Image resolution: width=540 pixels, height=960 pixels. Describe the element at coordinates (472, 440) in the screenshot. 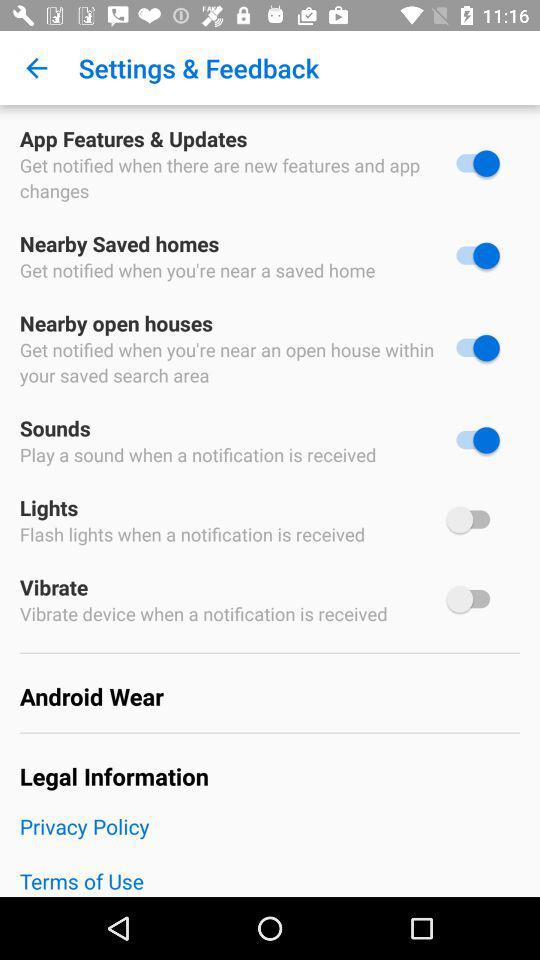

I see `sound` at that location.